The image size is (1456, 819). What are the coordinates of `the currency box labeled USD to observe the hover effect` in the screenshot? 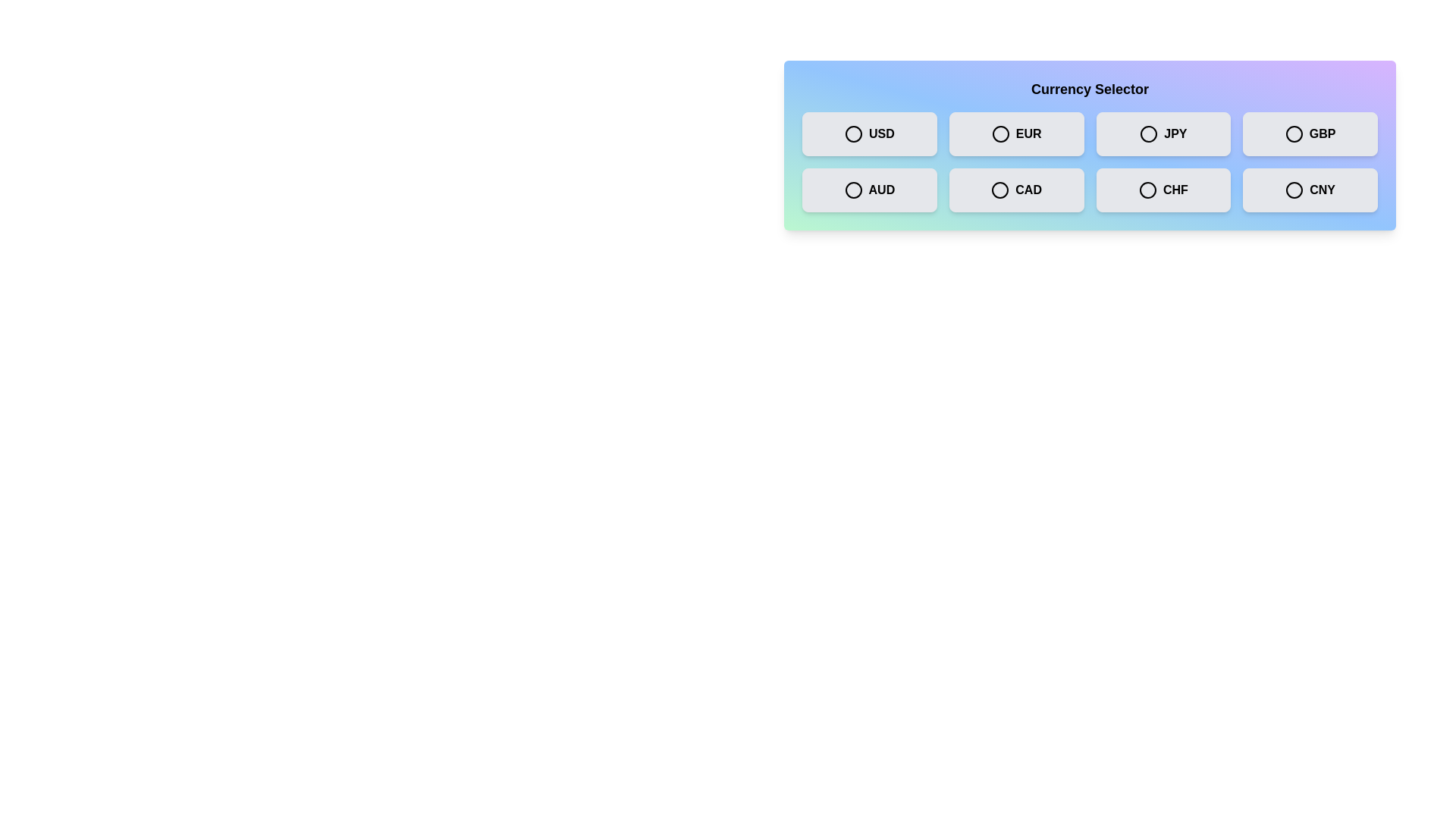 It's located at (869, 133).